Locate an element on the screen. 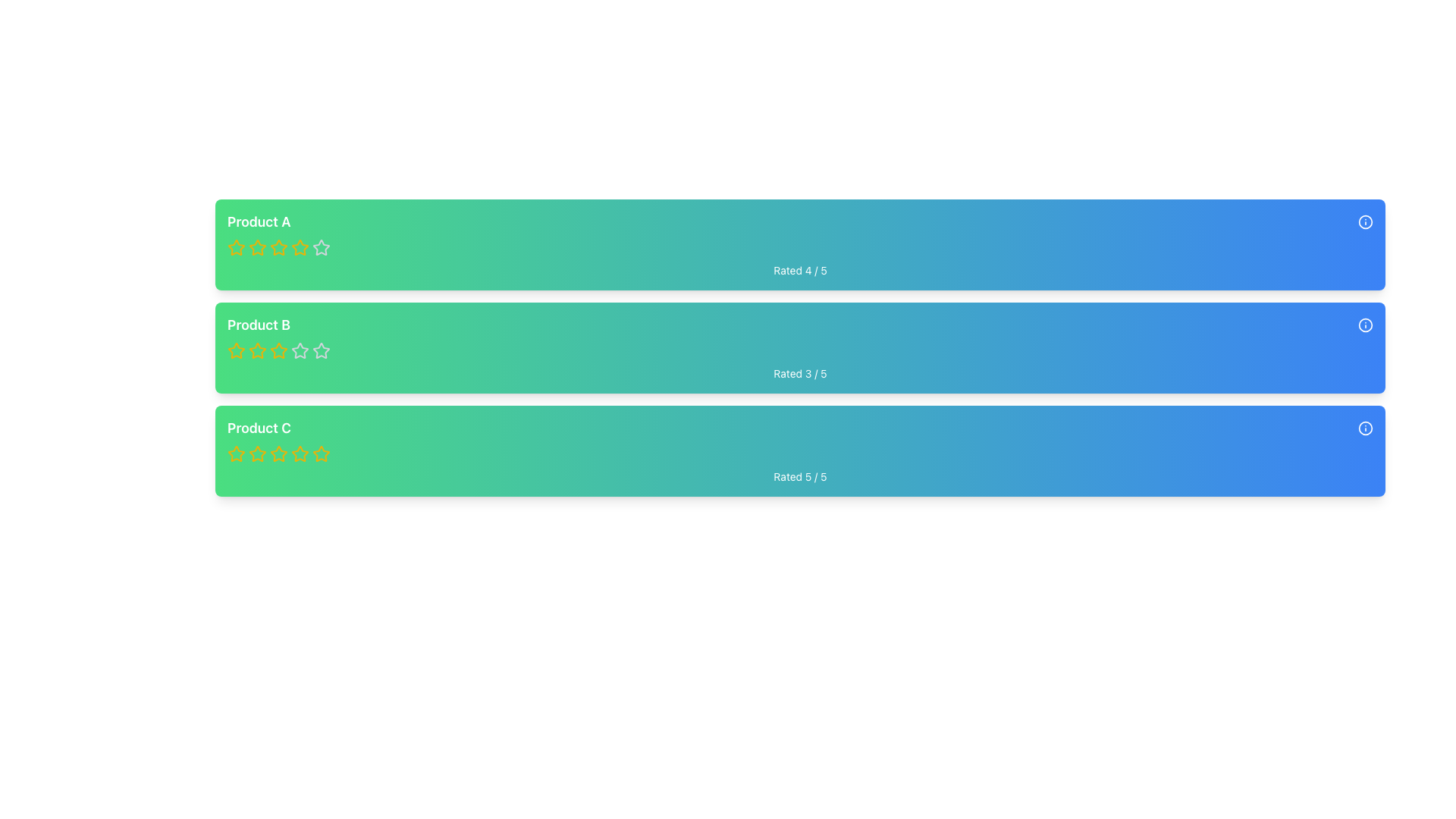  the first Rating star icon located to the right of the 'Product A' label is located at coordinates (236, 247).